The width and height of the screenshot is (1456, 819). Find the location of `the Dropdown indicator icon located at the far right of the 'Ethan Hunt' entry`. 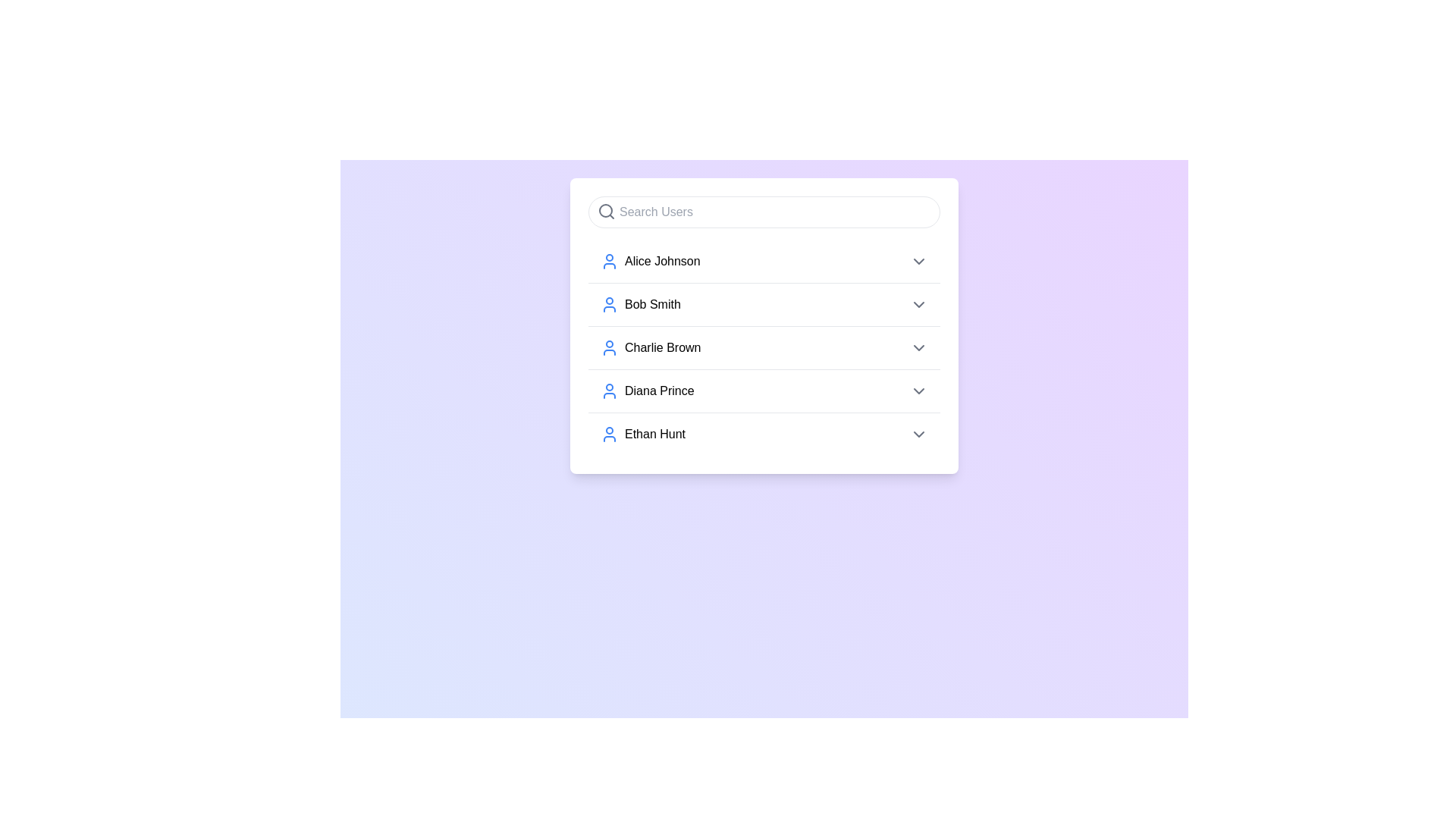

the Dropdown indicator icon located at the far right of the 'Ethan Hunt' entry is located at coordinates (918, 435).